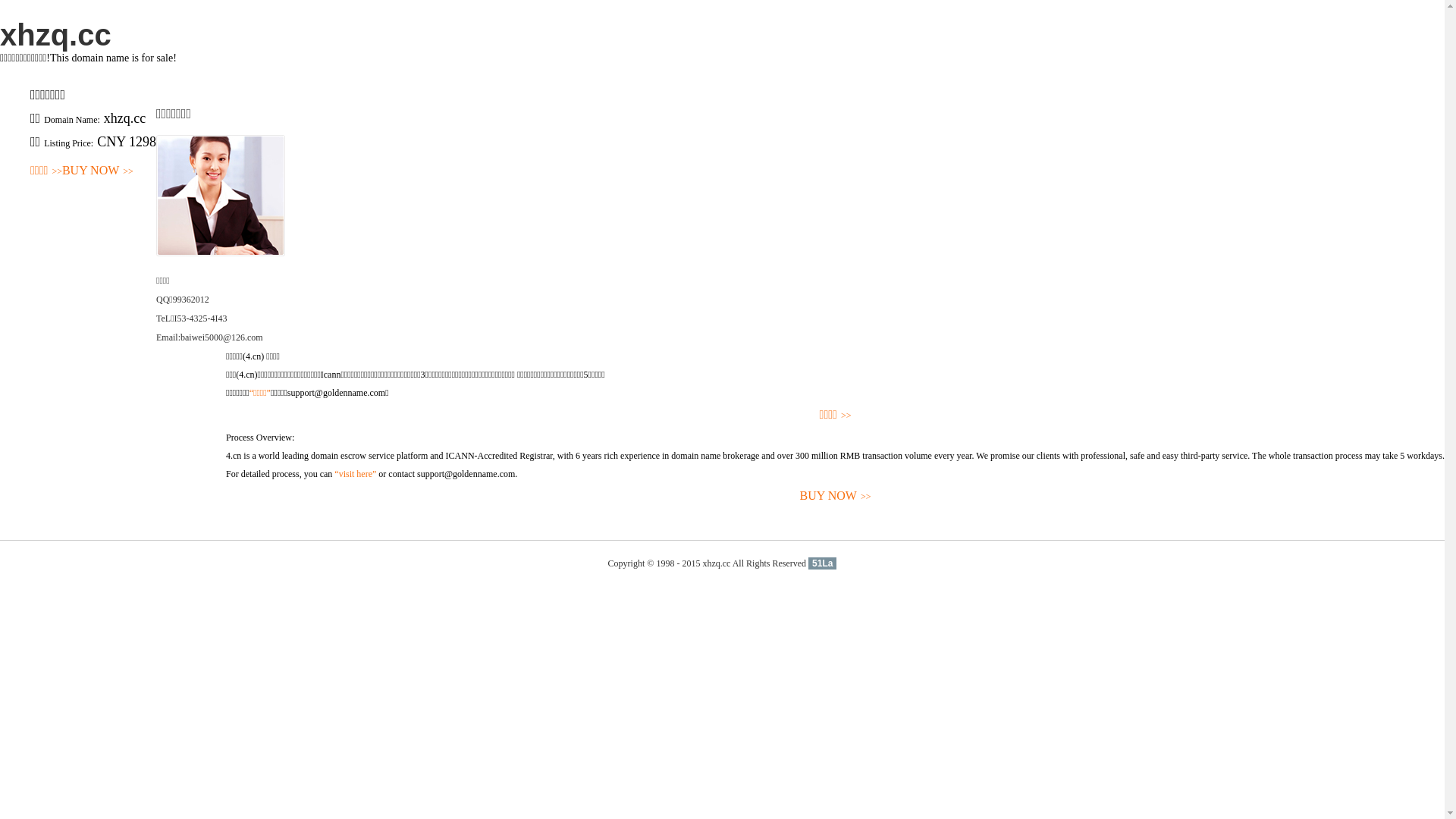 This screenshot has width=1456, height=819. What do you see at coordinates (97, 171) in the screenshot?
I see `'BUY NOW>>'` at bounding box center [97, 171].